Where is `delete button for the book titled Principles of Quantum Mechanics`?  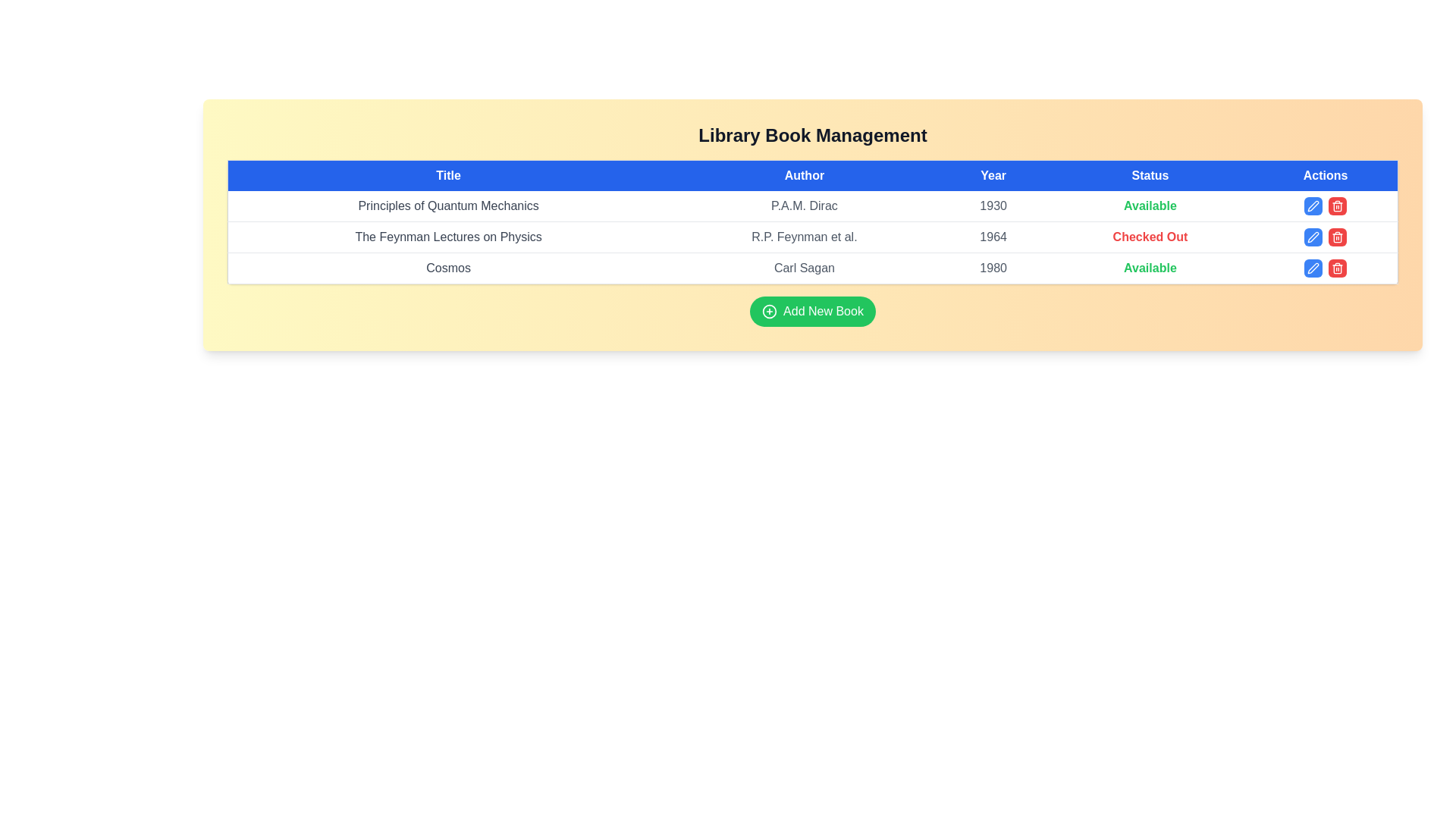
delete button for the book titled Principles of Quantum Mechanics is located at coordinates (1338, 206).